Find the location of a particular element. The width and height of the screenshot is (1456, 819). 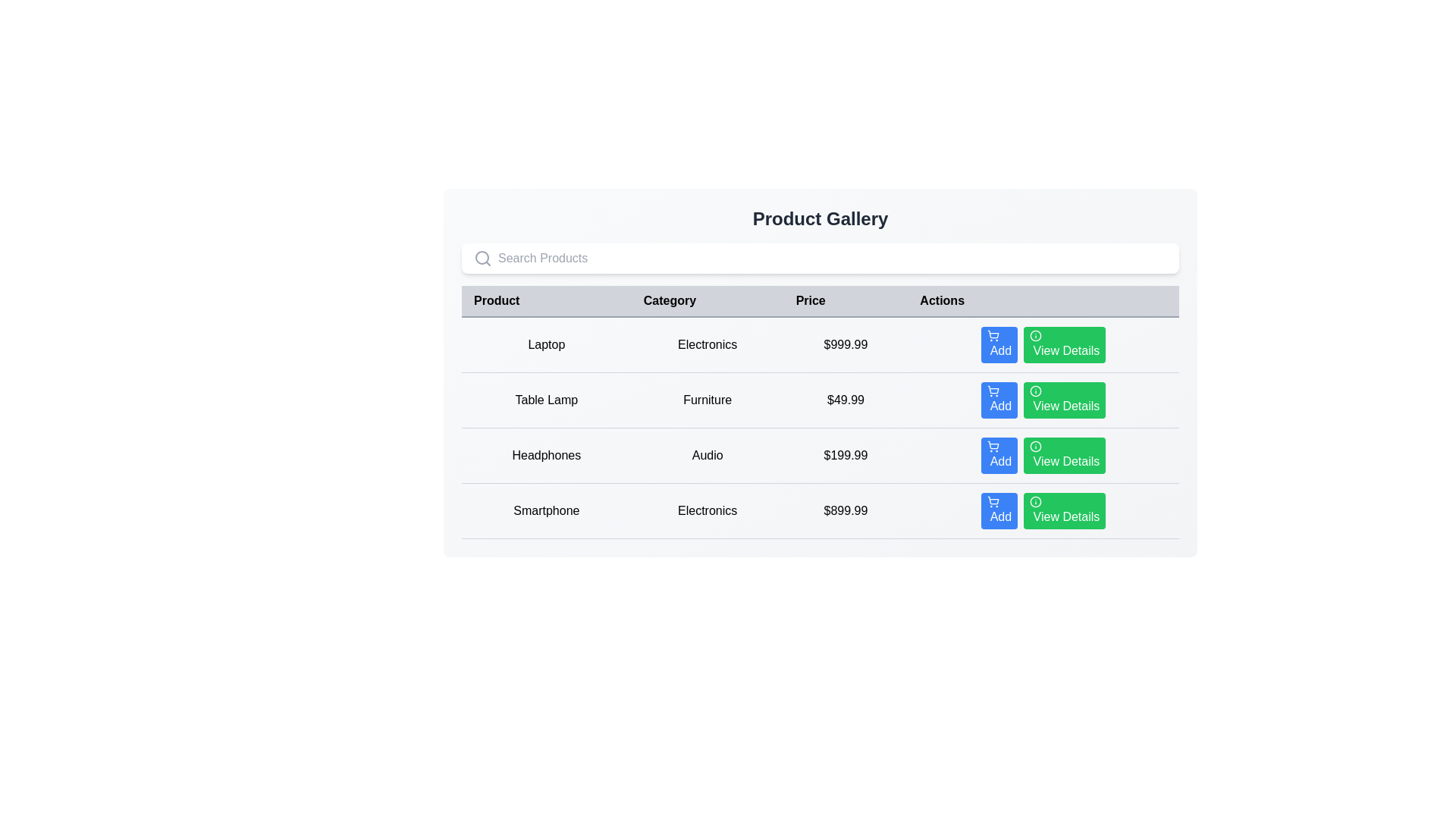

the first button in the 'Actions' column of the product table is located at coordinates (999, 345).